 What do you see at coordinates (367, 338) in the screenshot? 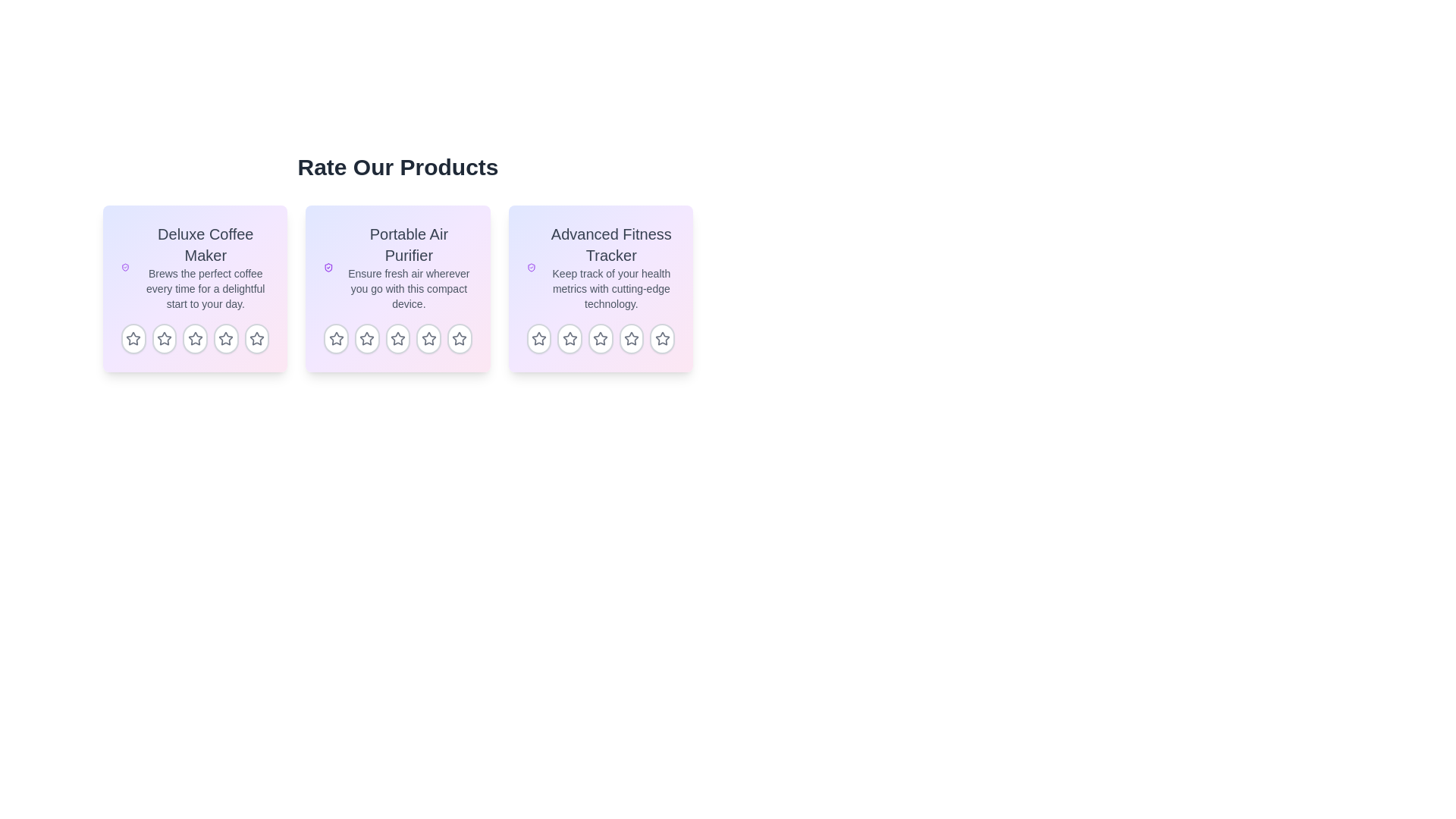
I see `the second star rating button for the 'Portable Air Purifier' product to scale it` at bounding box center [367, 338].